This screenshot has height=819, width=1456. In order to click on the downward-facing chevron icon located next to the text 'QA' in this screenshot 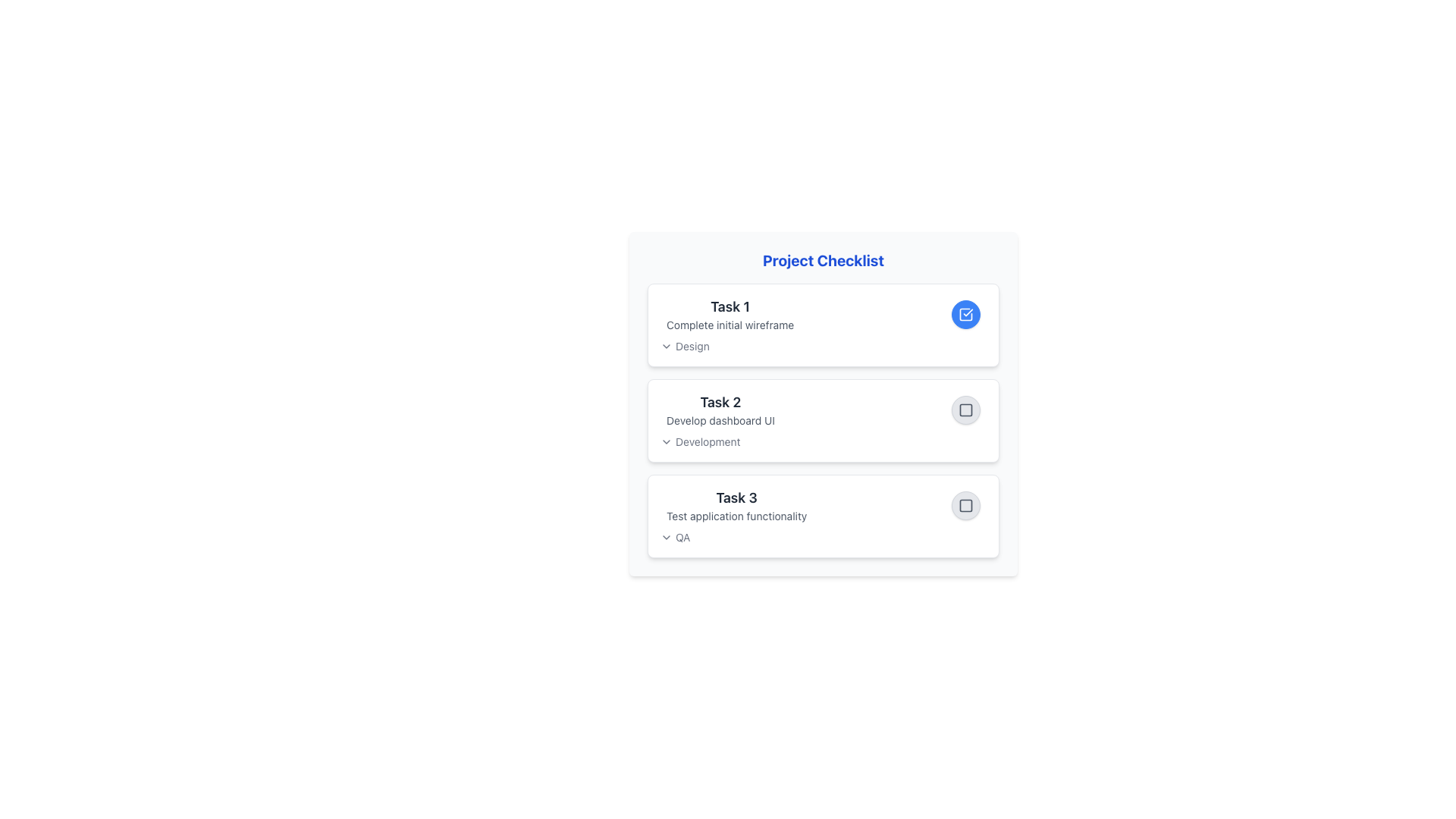, I will do `click(666, 537)`.